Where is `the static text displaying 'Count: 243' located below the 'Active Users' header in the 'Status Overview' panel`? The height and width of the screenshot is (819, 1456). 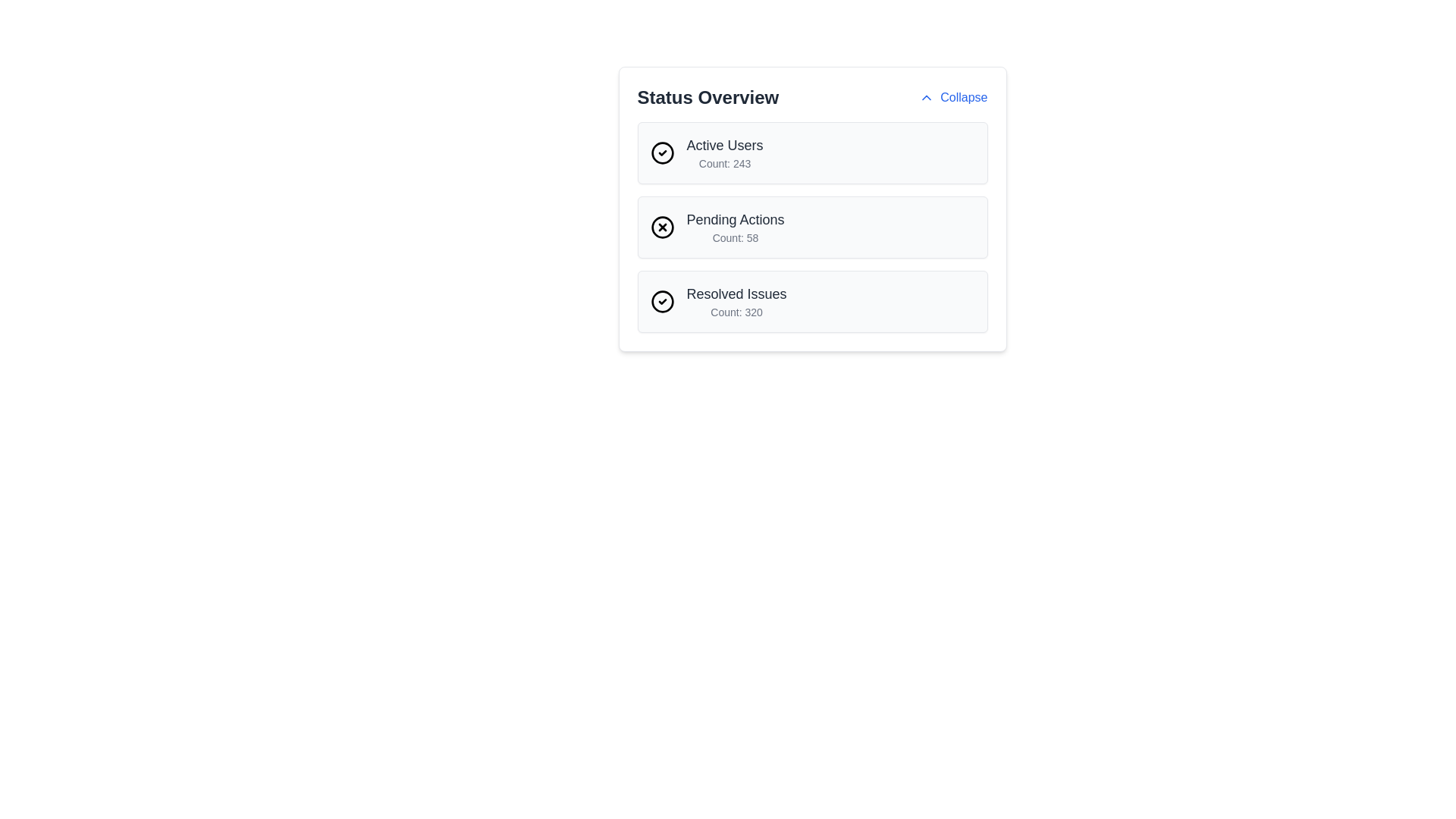 the static text displaying 'Count: 243' located below the 'Active Users' header in the 'Status Overview' panel is located at coordinates (723, 164).